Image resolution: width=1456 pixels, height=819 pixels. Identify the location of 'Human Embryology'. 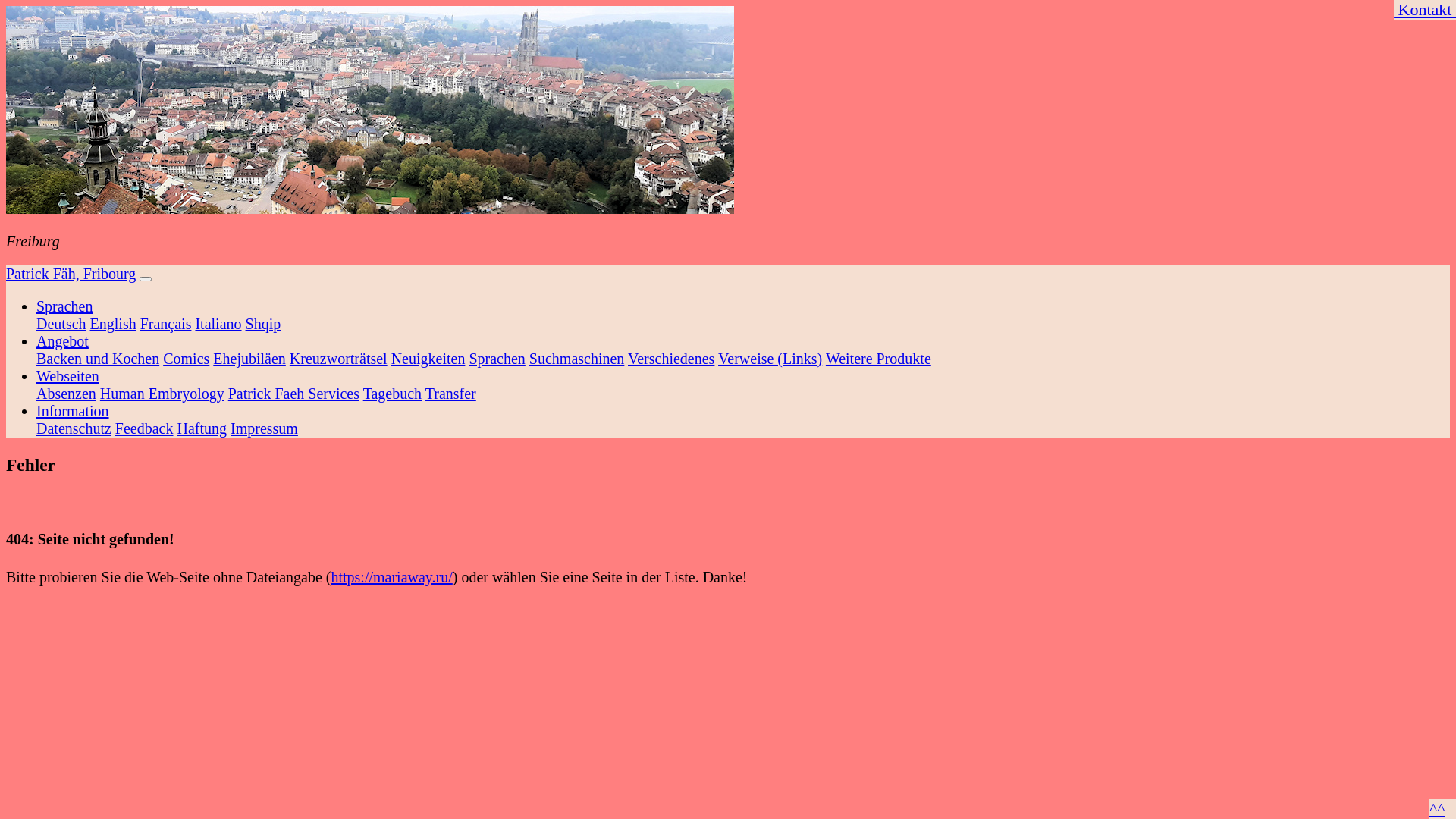
(162, 393).